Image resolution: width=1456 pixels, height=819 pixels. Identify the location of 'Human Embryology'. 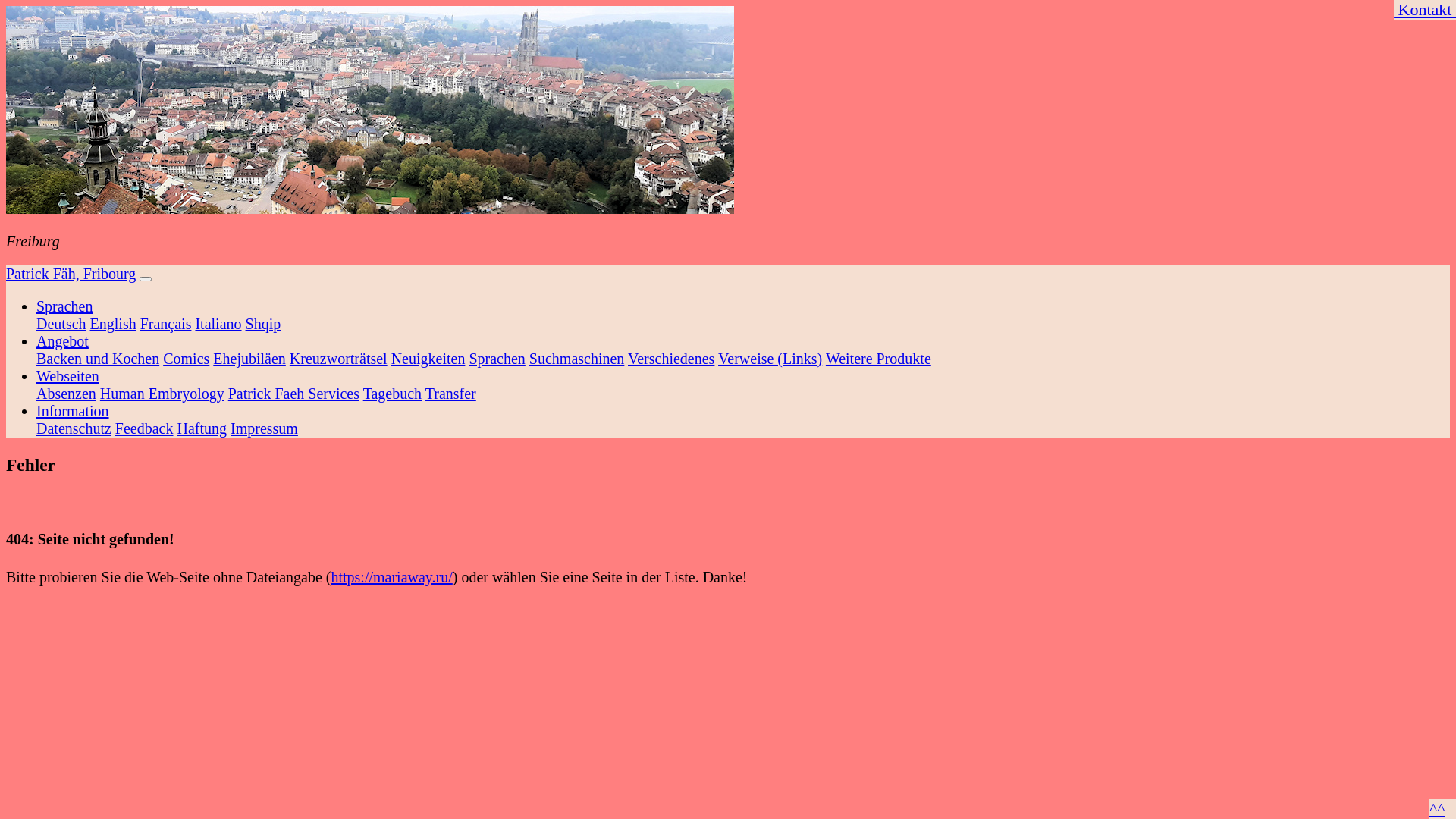
(162, 393).